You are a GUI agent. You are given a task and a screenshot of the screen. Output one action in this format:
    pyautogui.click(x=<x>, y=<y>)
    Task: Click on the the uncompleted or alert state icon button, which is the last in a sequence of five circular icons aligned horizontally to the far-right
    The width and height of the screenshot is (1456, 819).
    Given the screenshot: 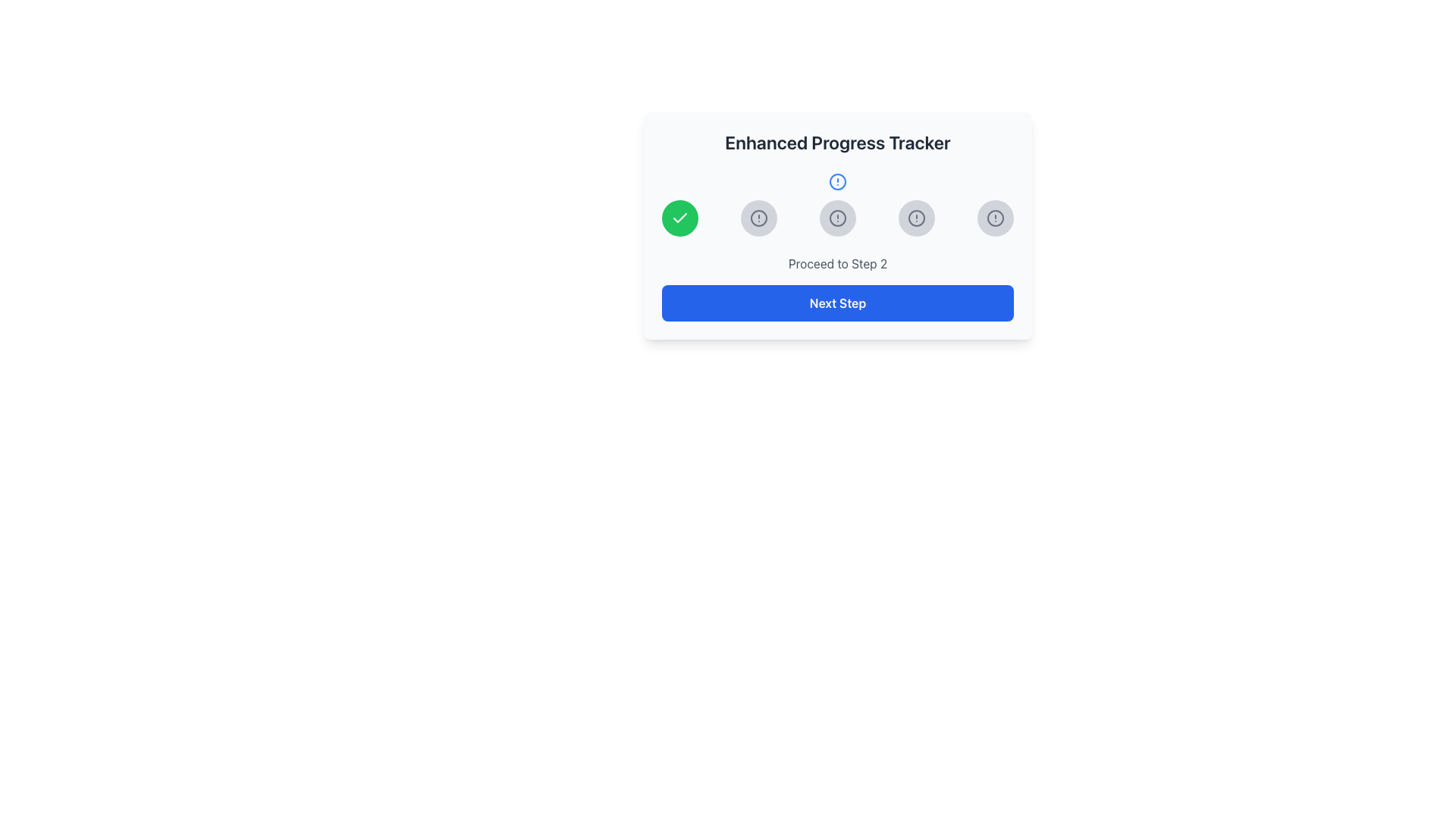 What is the action you would take?
    pyautogui.click(x=996, y=218)
    